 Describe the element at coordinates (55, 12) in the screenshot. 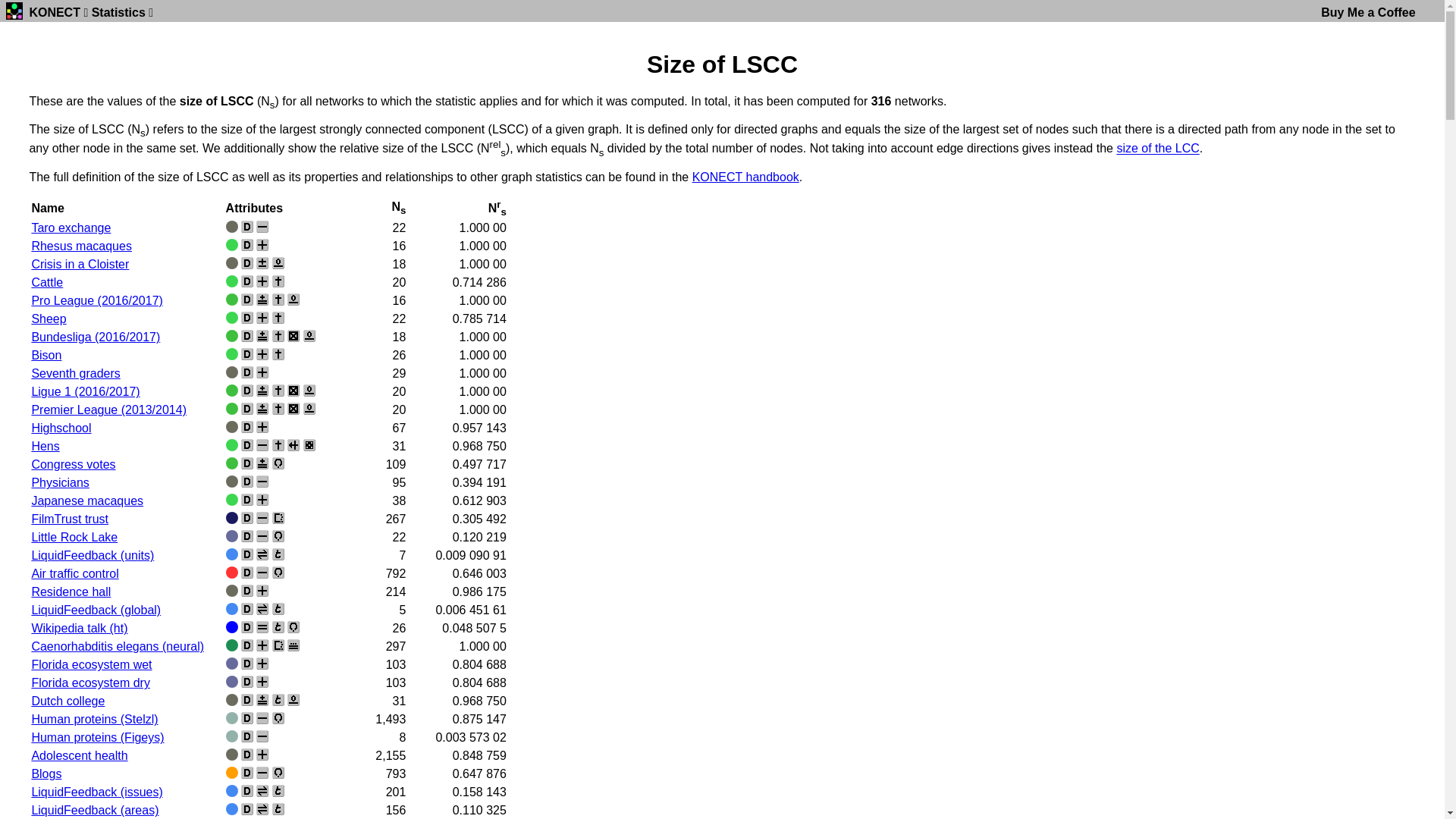

I see `'KONECT'` at that location.